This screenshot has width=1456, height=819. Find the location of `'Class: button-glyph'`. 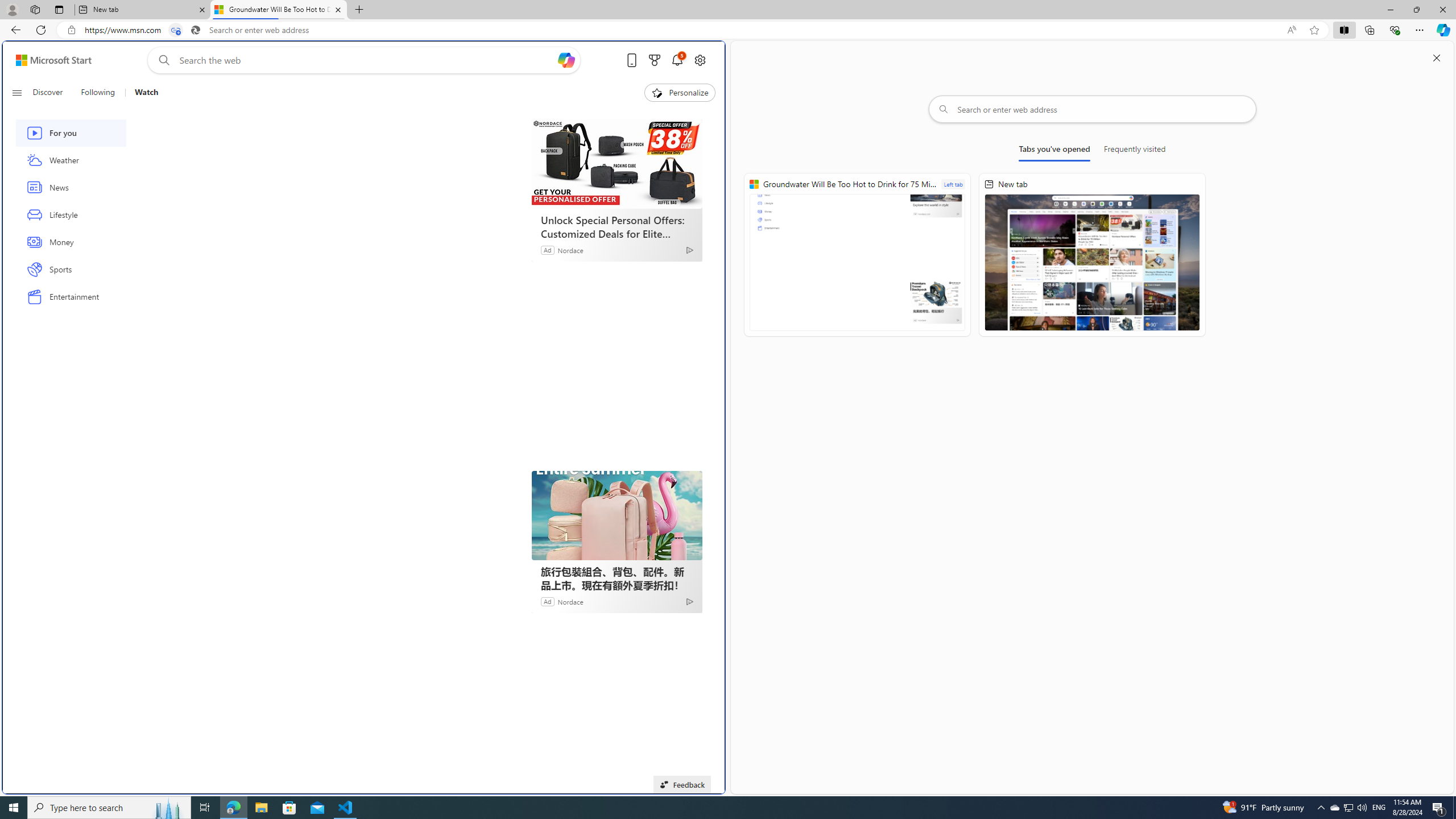

'Class: button-glyph' is located at coordinates (16, 92).